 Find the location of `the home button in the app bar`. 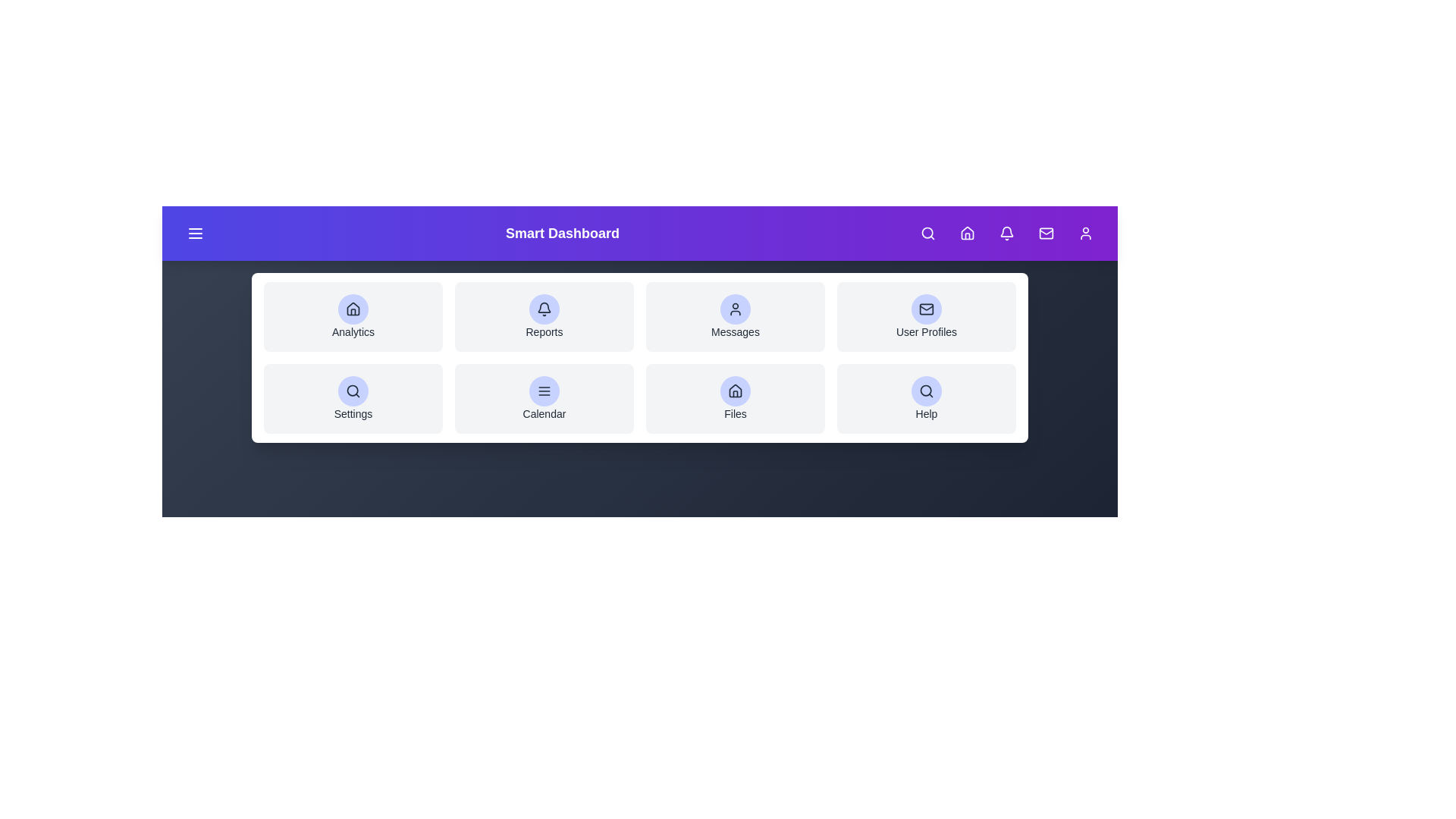

the home button in the app bar is located at coordinates (967, 234).